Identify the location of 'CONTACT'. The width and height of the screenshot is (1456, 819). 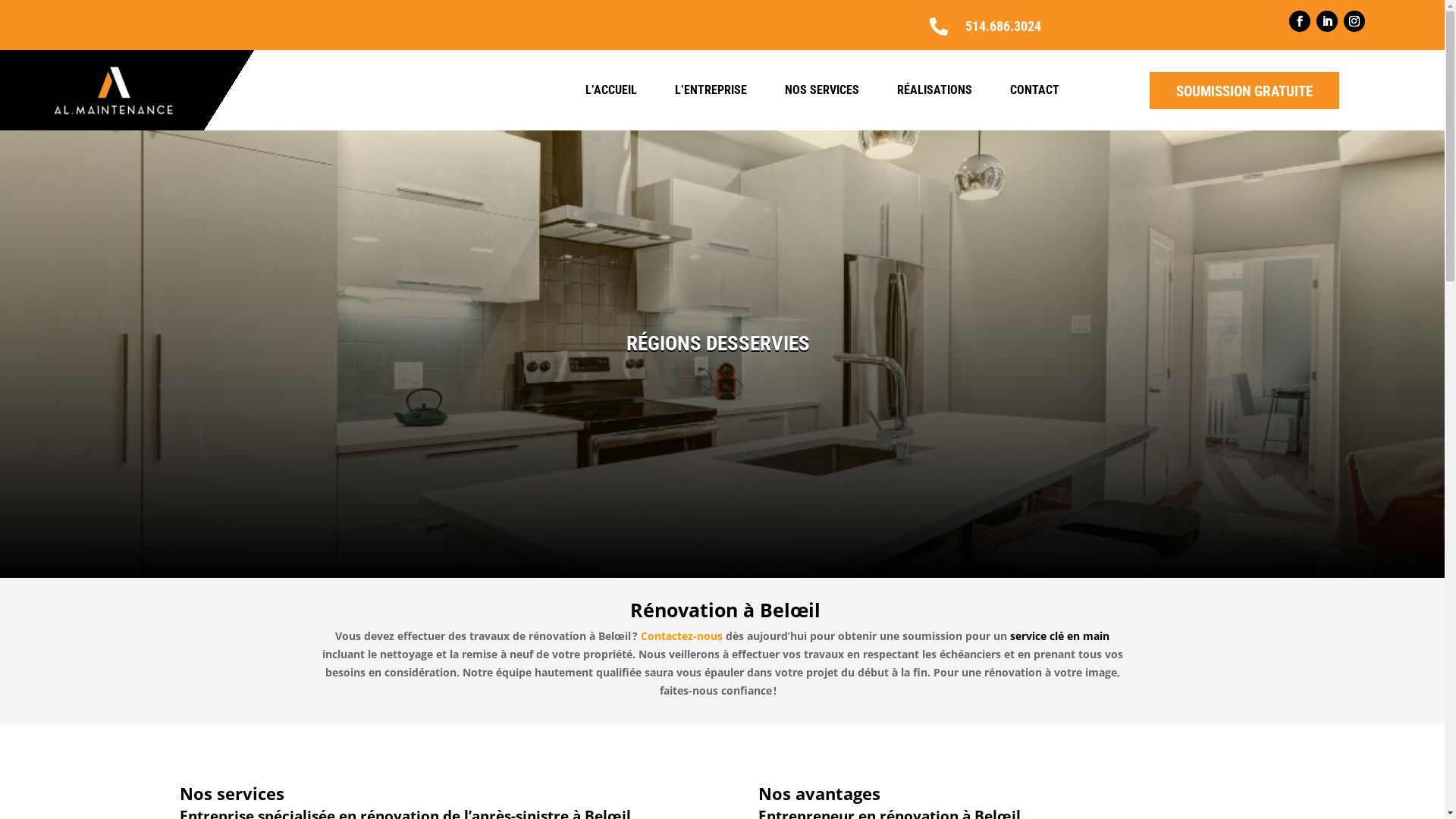
(1009, 90).